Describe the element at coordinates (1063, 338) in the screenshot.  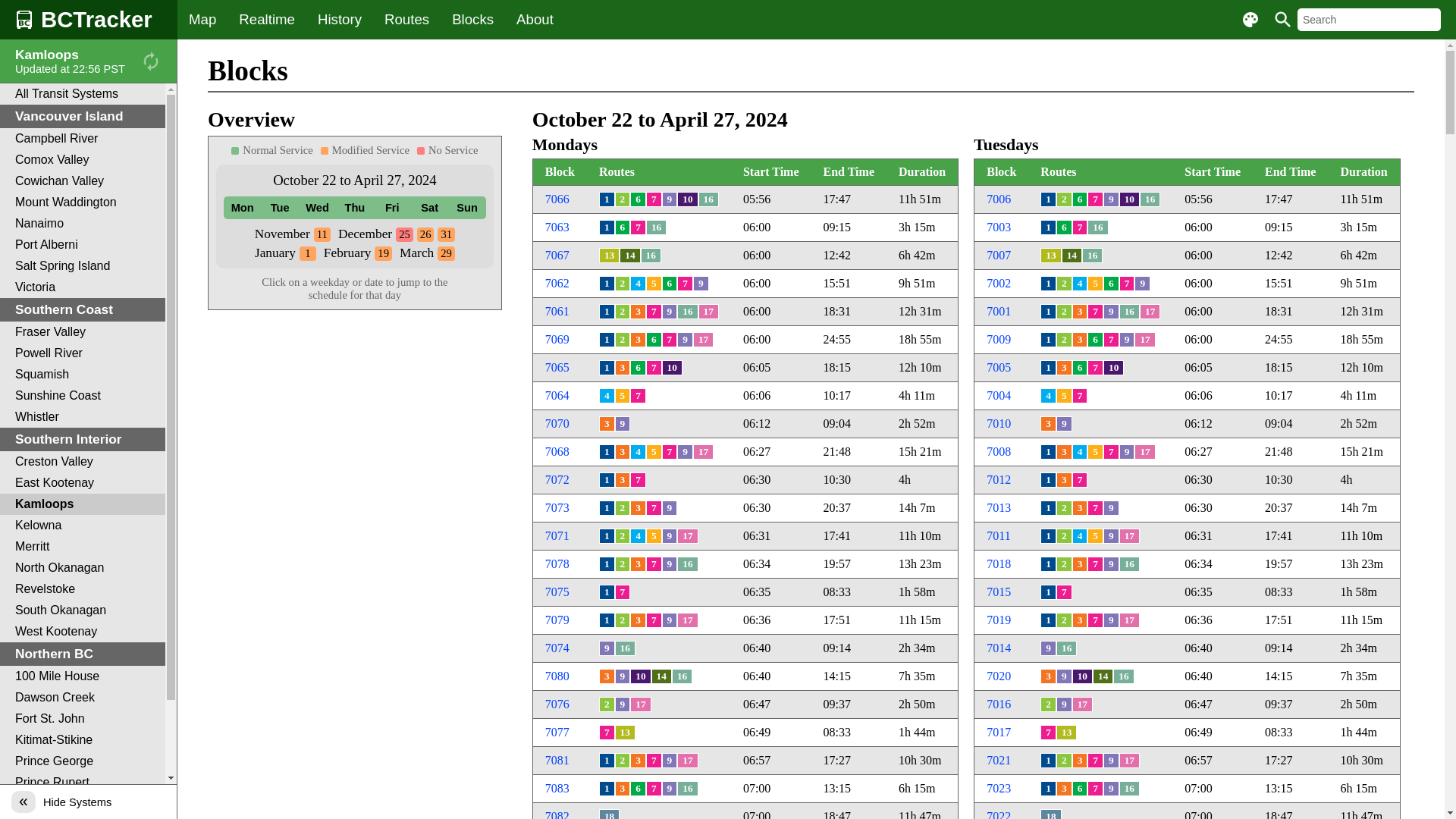
I see `'2'` at that location.